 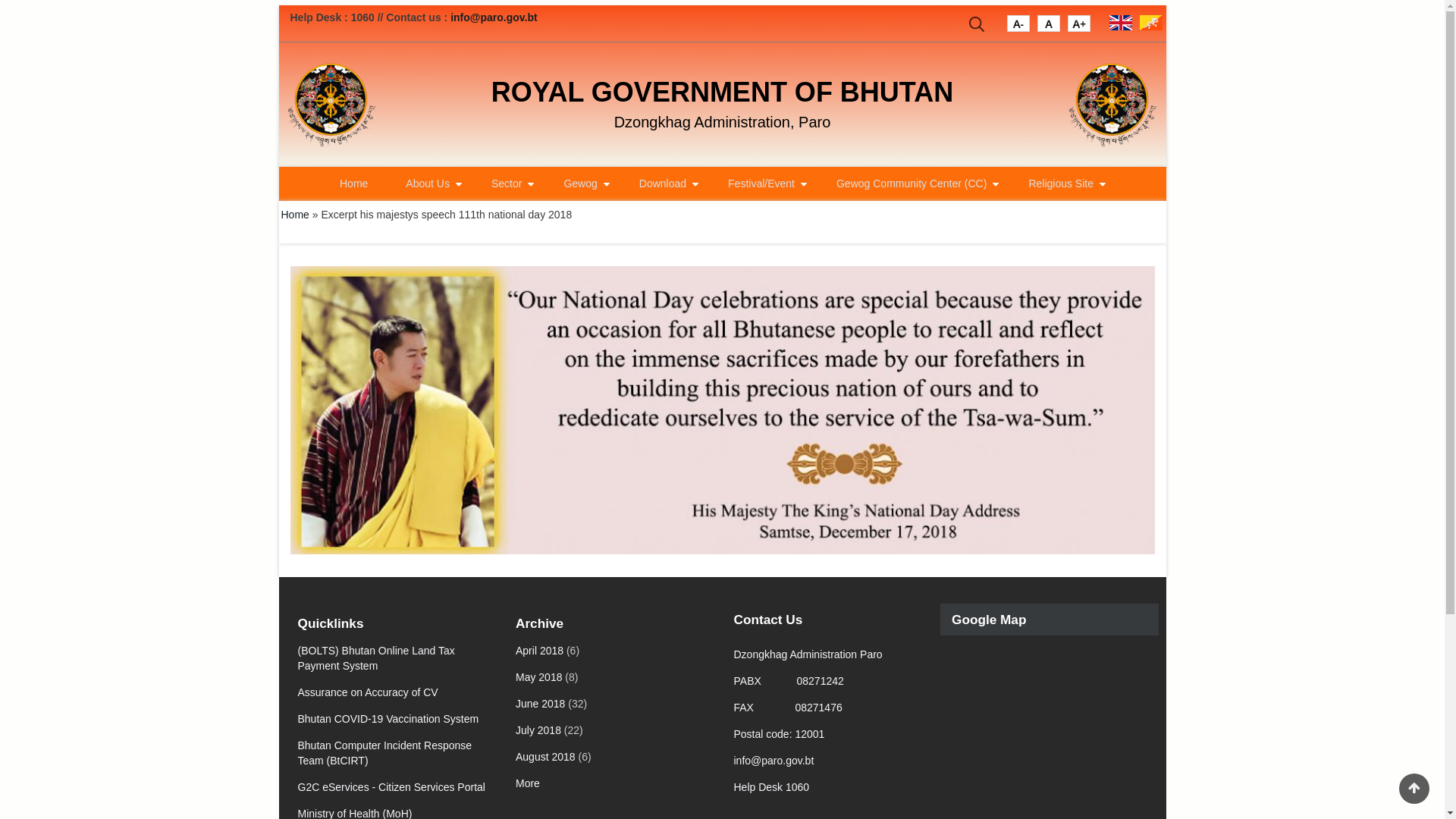 I want to click on 'Gewog', so click(x=581, y=183).